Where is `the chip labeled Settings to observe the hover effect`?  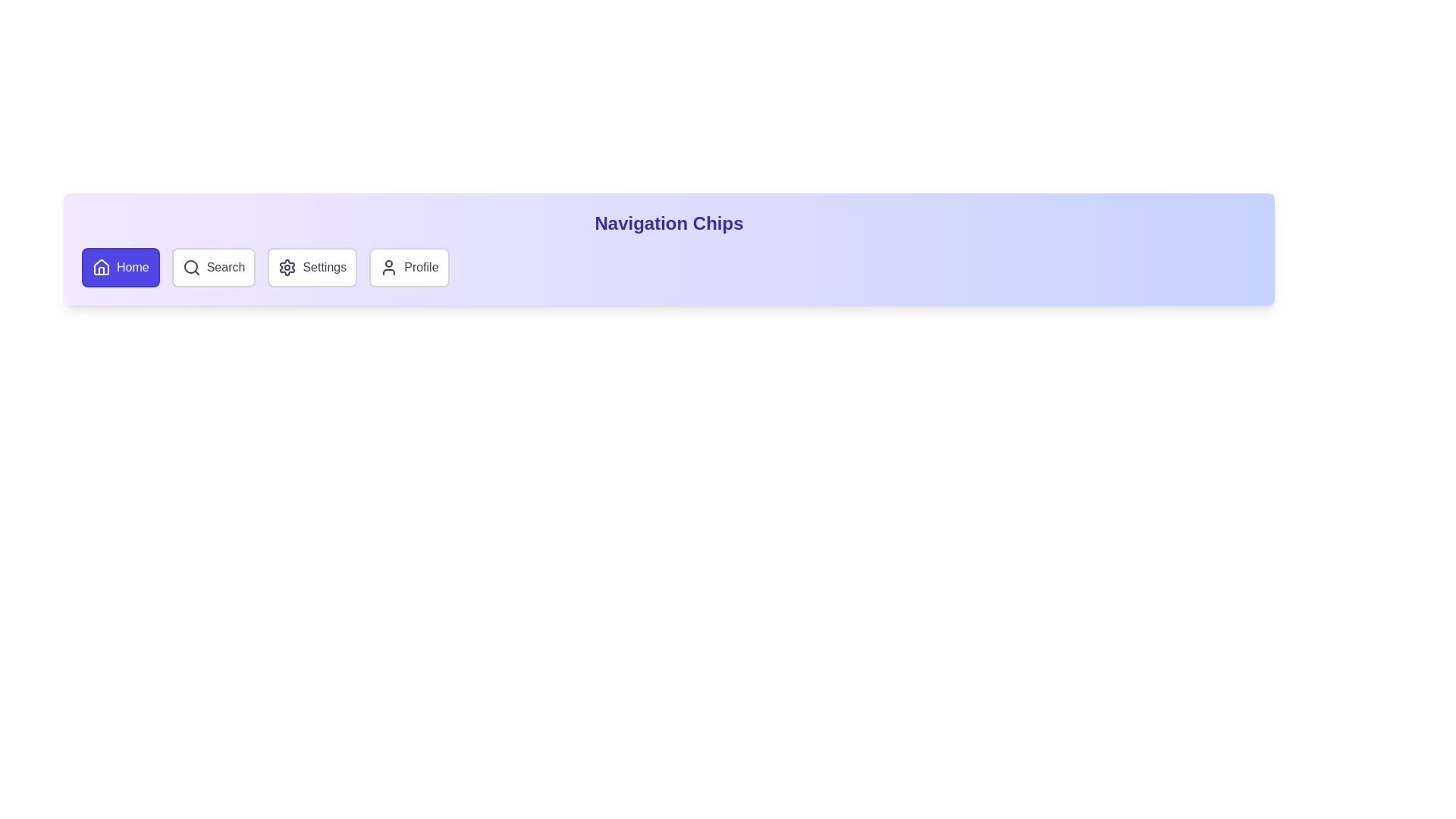
the chip labeled Settings to observe the hover effect is located at coordinates (312, 267).